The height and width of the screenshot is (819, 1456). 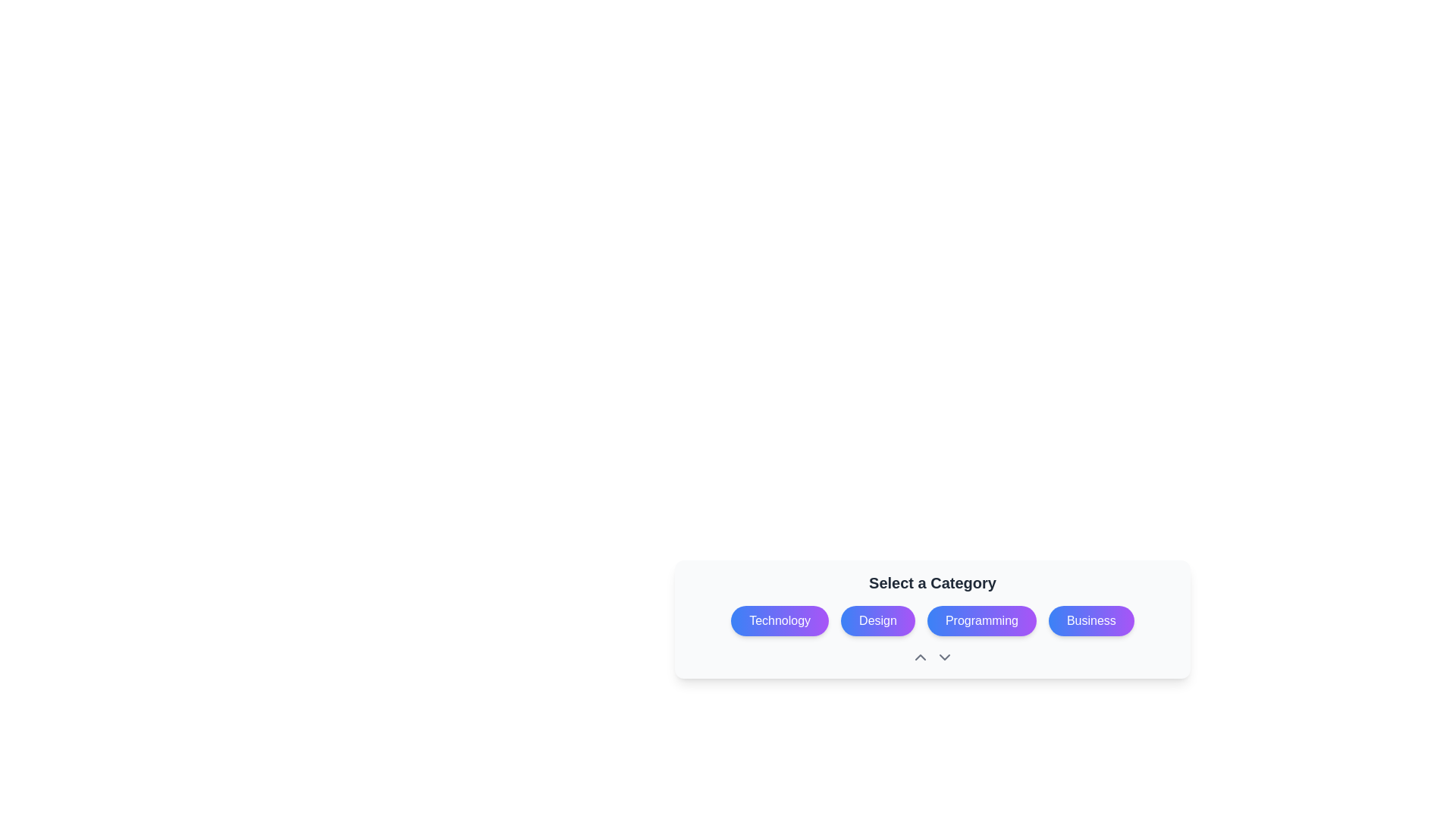 What do you see at coordinates (920, 657) in the screenshot?
I see `the chevron-up icon, which is a gray upward-pointing triangular button-like SVG element located to the left of a downward chevron icon` at bounding box center [920, 657].